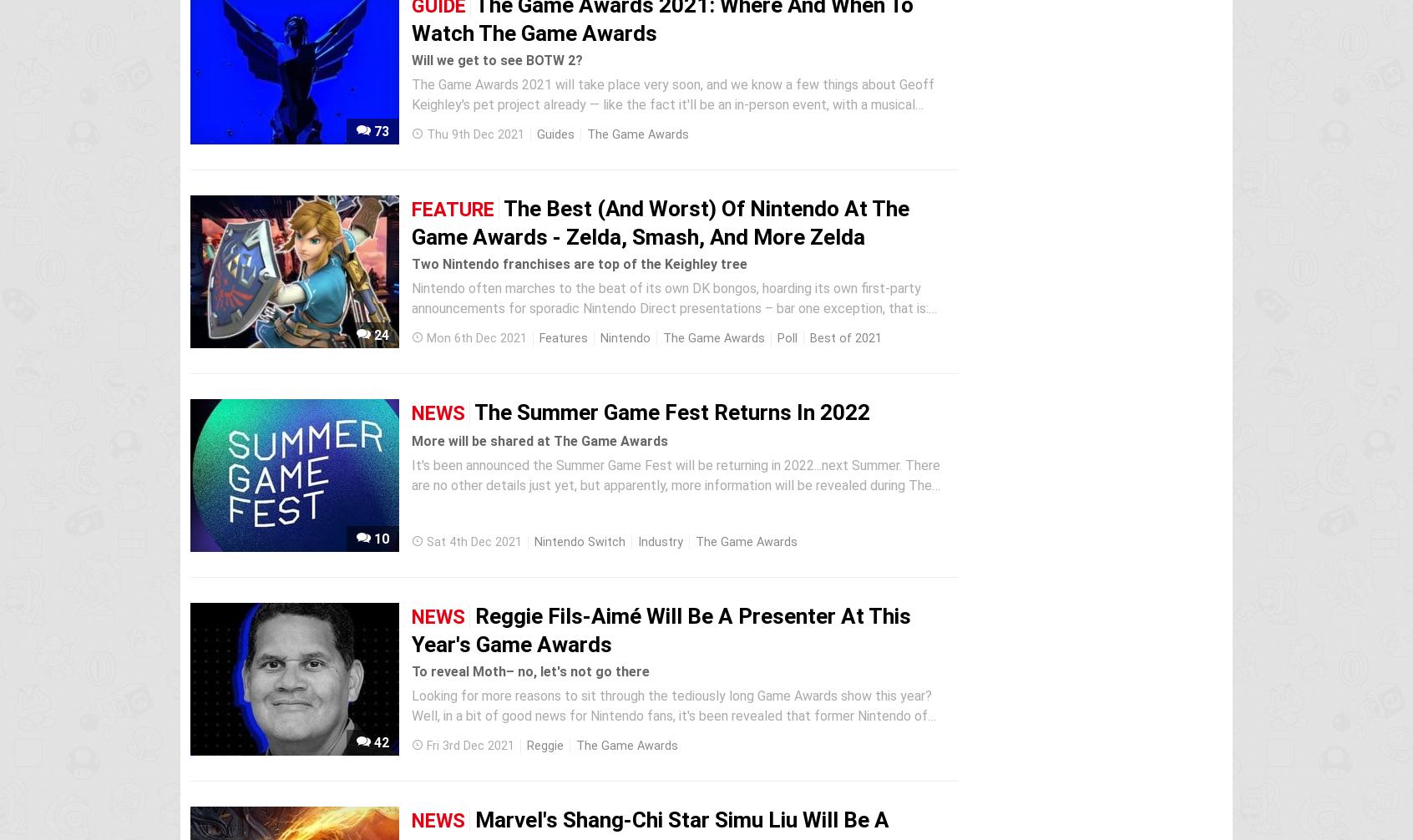  What do you see at coordinates (845, 337) in the screenshot?
I see `'Best of 2021'` at bounding box center [845, 337].